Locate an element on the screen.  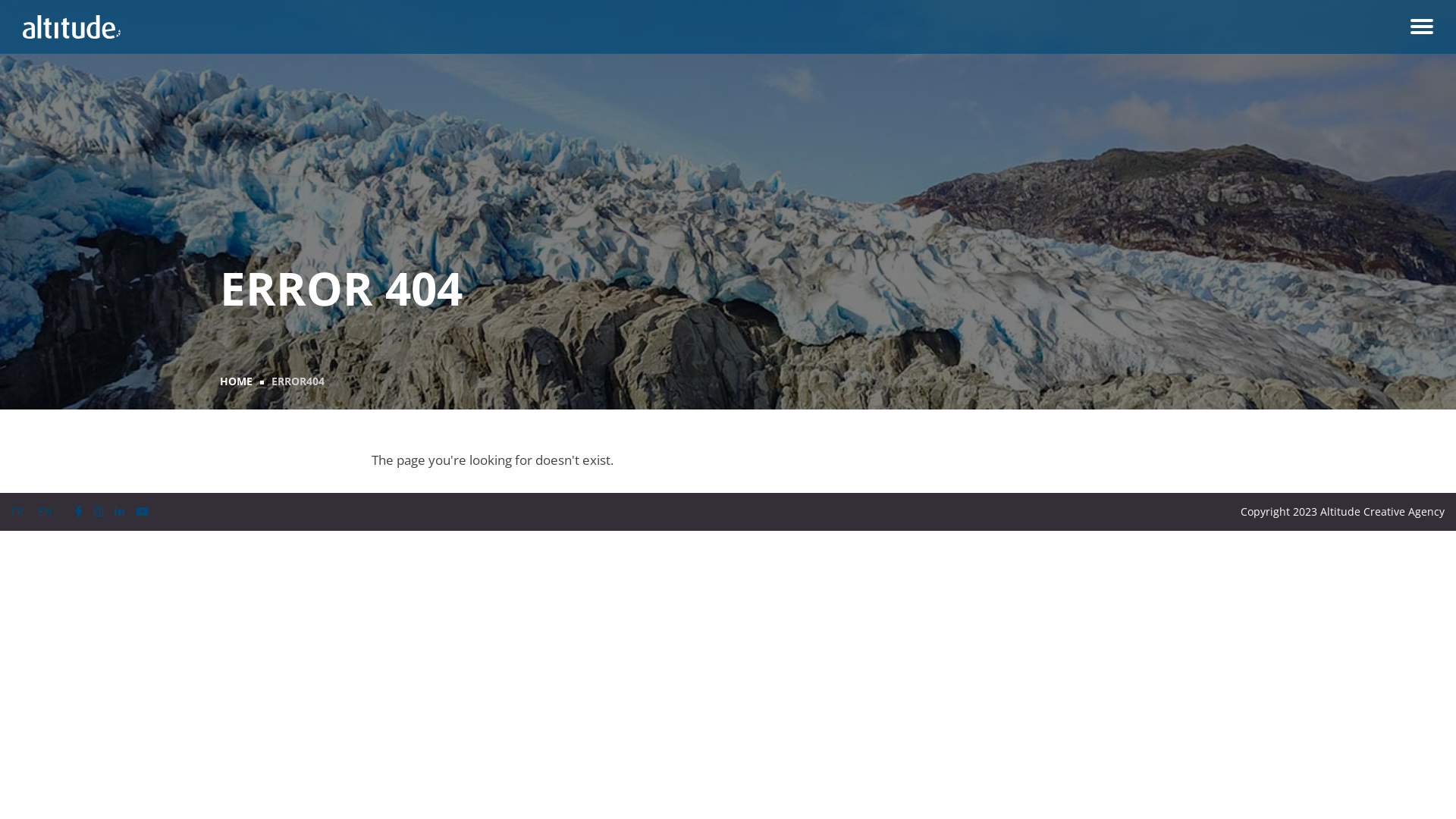
'EN' is located at coordinates (45, 510).